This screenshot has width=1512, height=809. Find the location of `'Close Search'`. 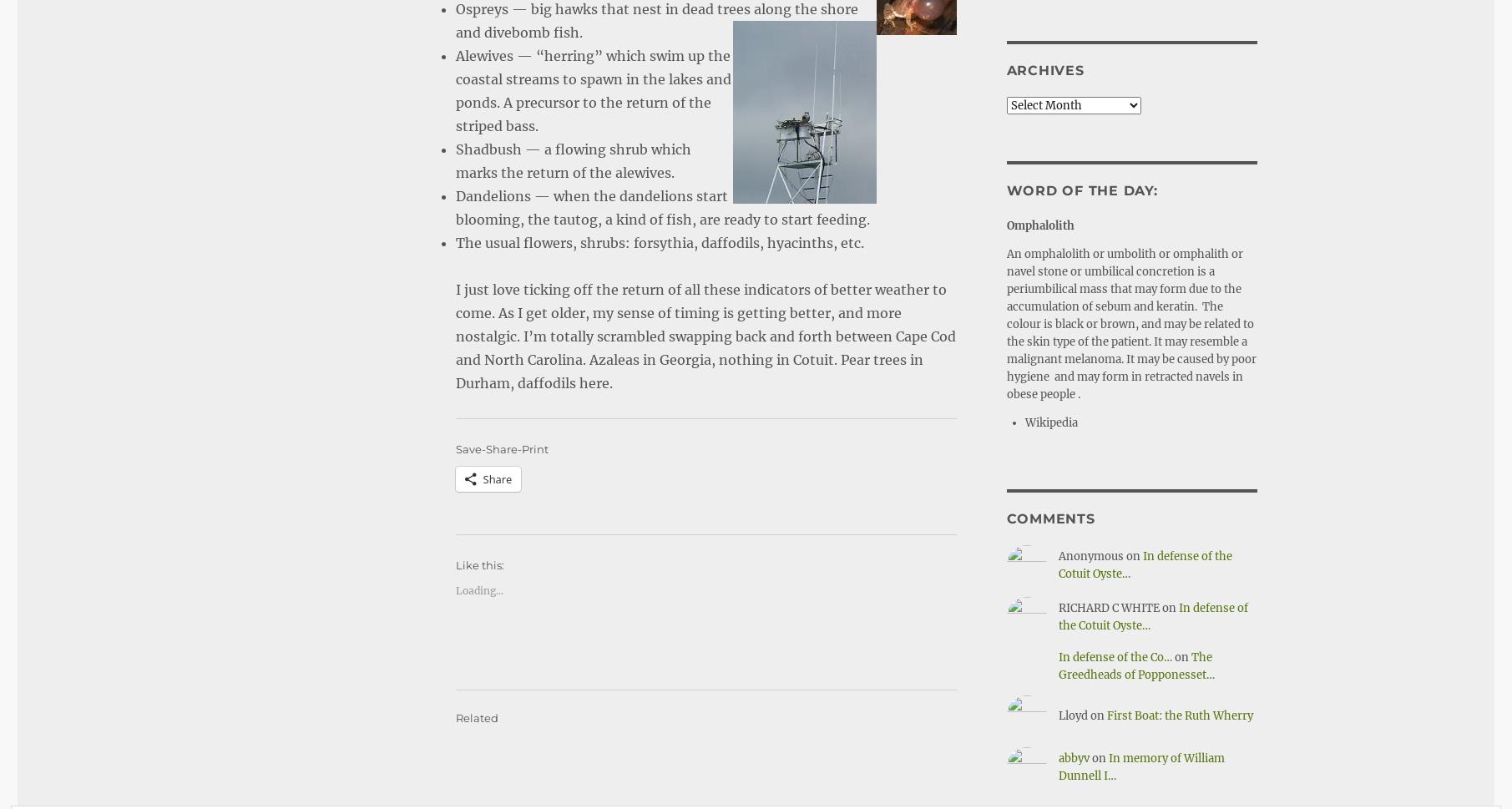

'Close Search' is located at coordinates (1447, 770).